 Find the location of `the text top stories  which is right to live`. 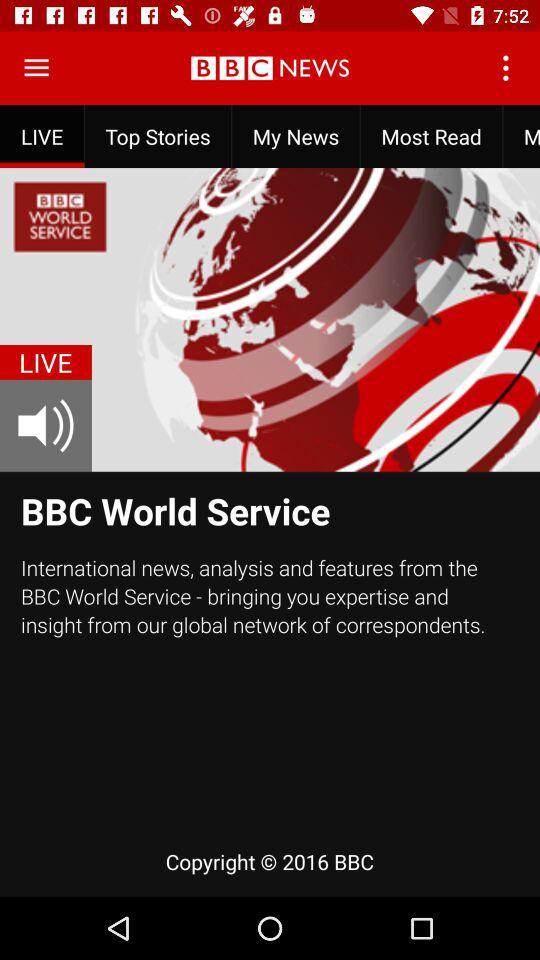

the text top stories  which is right to live is located at coordinates (157, 135).